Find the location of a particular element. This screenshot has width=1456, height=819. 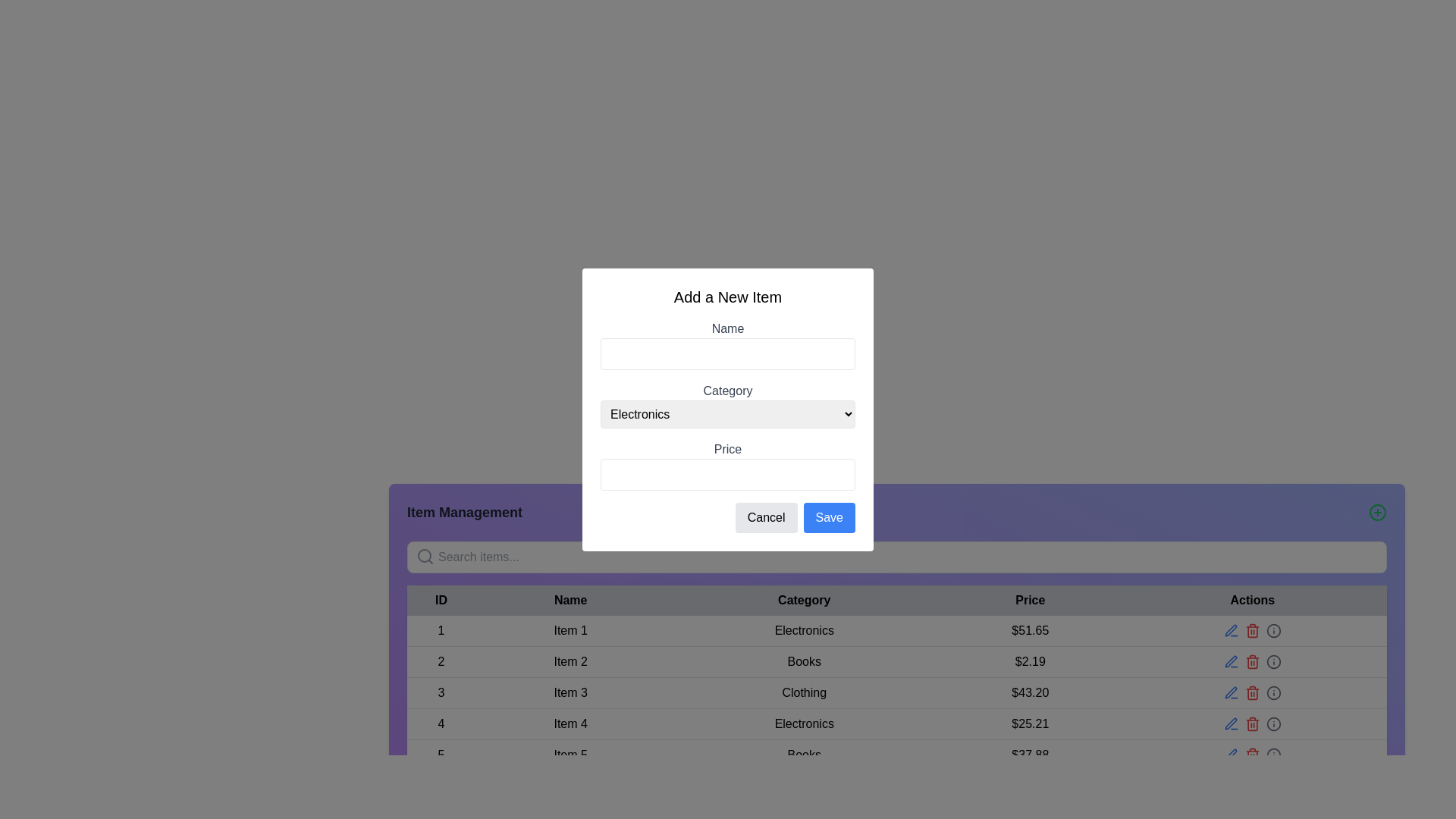

the 'Electronics' text label in the Category column of the table, which is adjacent to the 'Item 1' and '$51.65' labels is located at coordinates (803, 631).